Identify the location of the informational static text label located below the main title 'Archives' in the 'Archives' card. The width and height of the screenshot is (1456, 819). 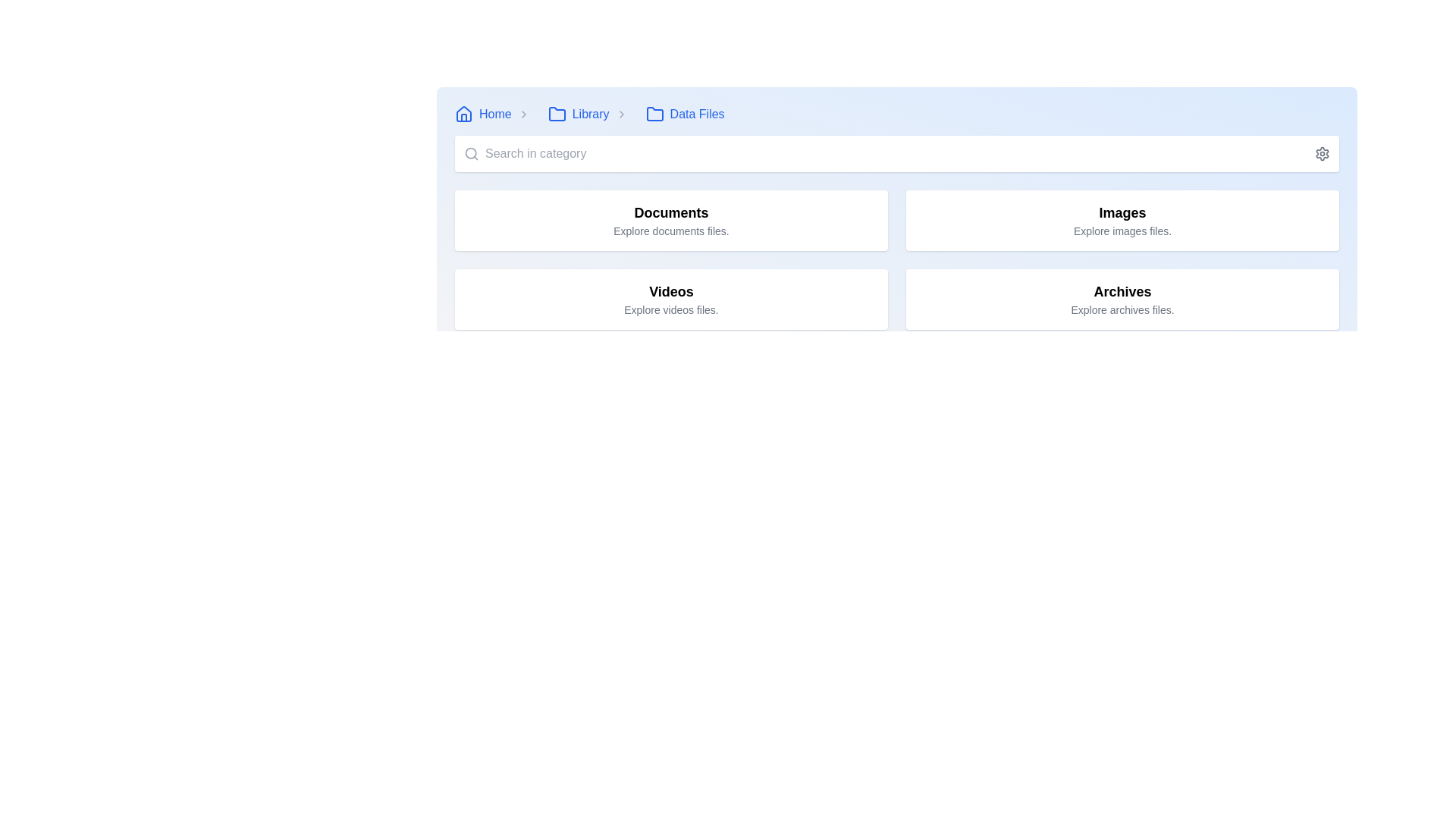
(1122, 309).